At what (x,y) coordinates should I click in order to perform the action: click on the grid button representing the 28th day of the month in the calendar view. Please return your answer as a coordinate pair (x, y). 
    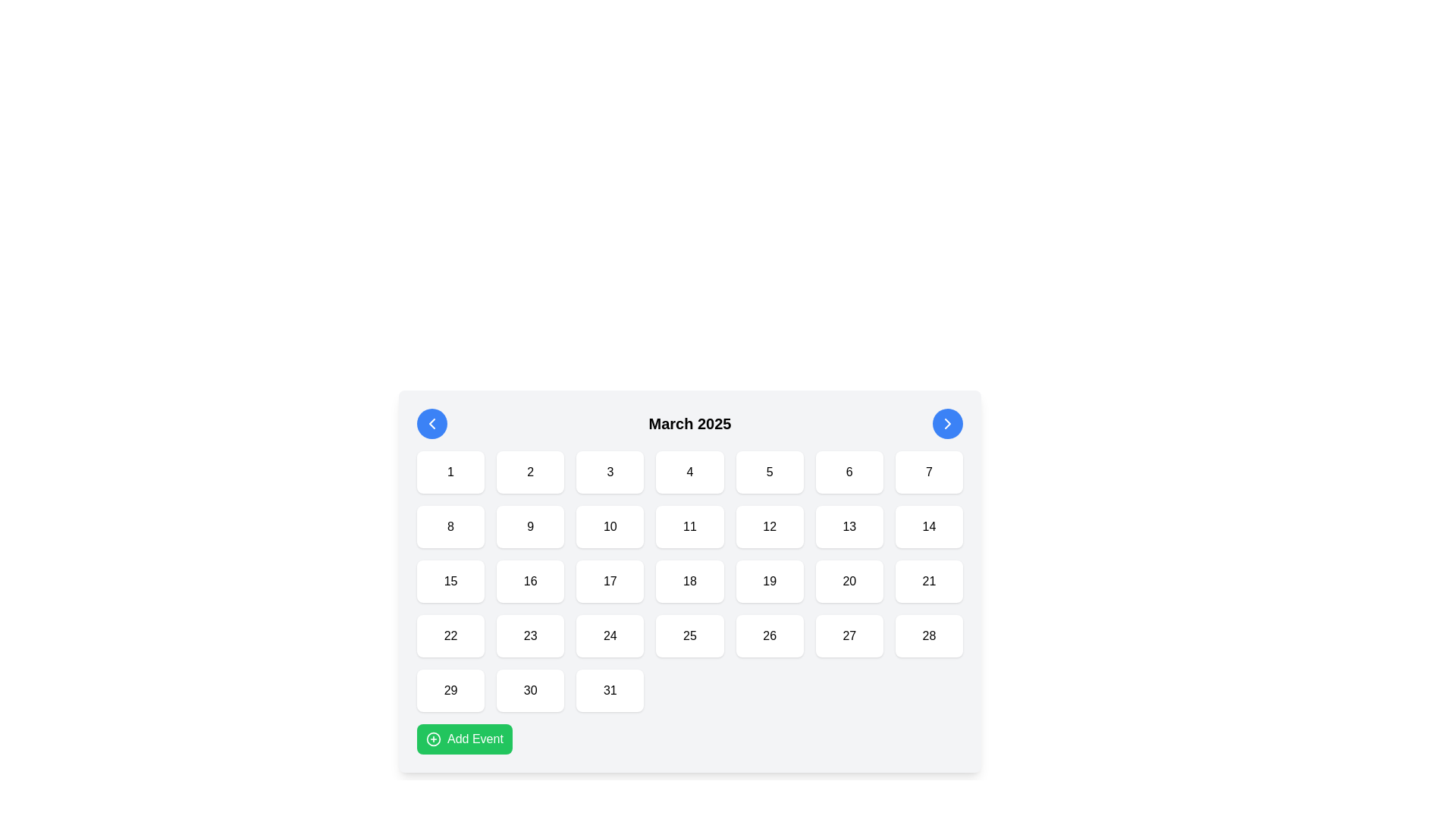
    Looking at the image, I should click on (928, 636).